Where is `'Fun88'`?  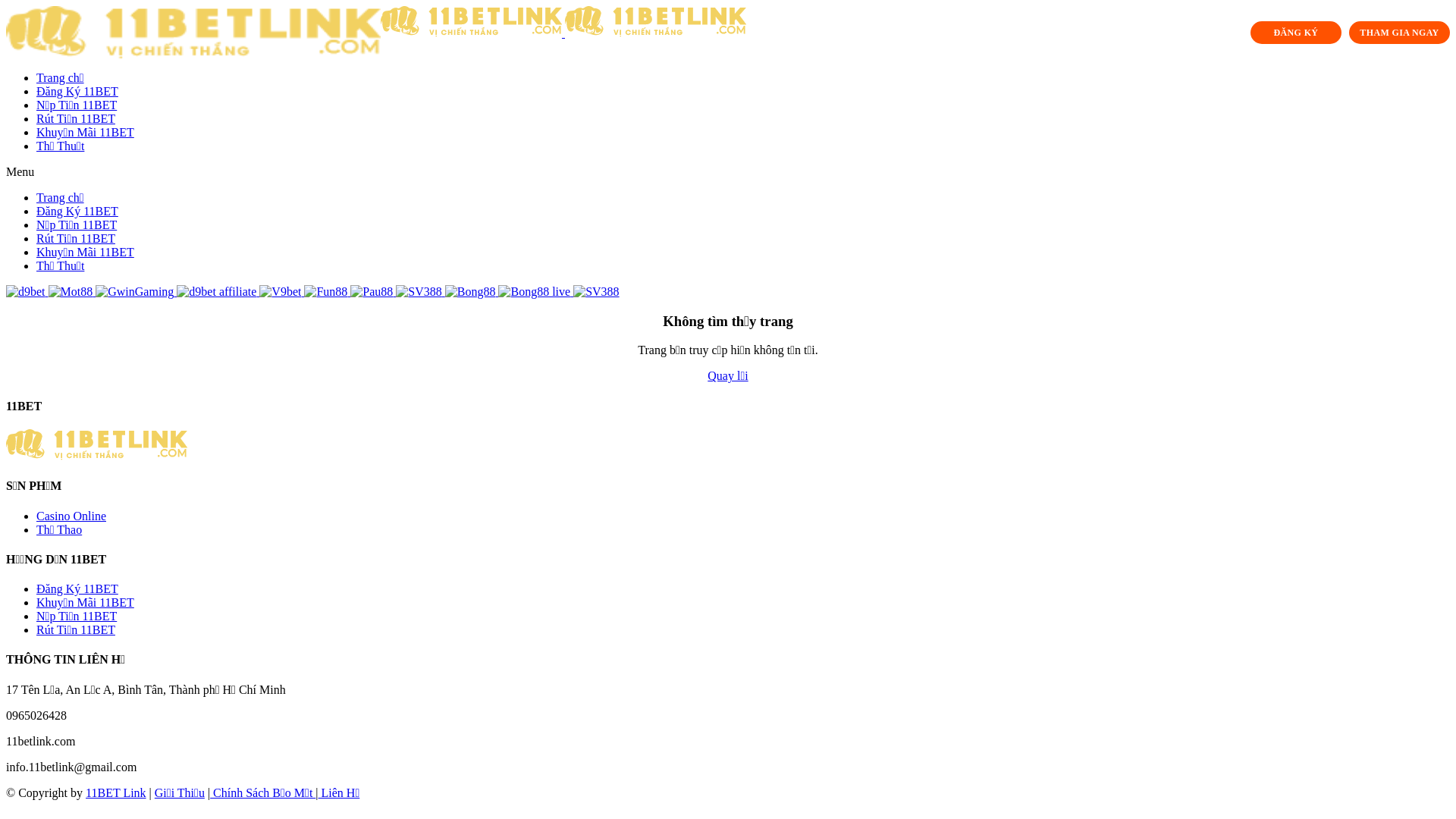
'Fun88' is located at coordinates (326, 291).